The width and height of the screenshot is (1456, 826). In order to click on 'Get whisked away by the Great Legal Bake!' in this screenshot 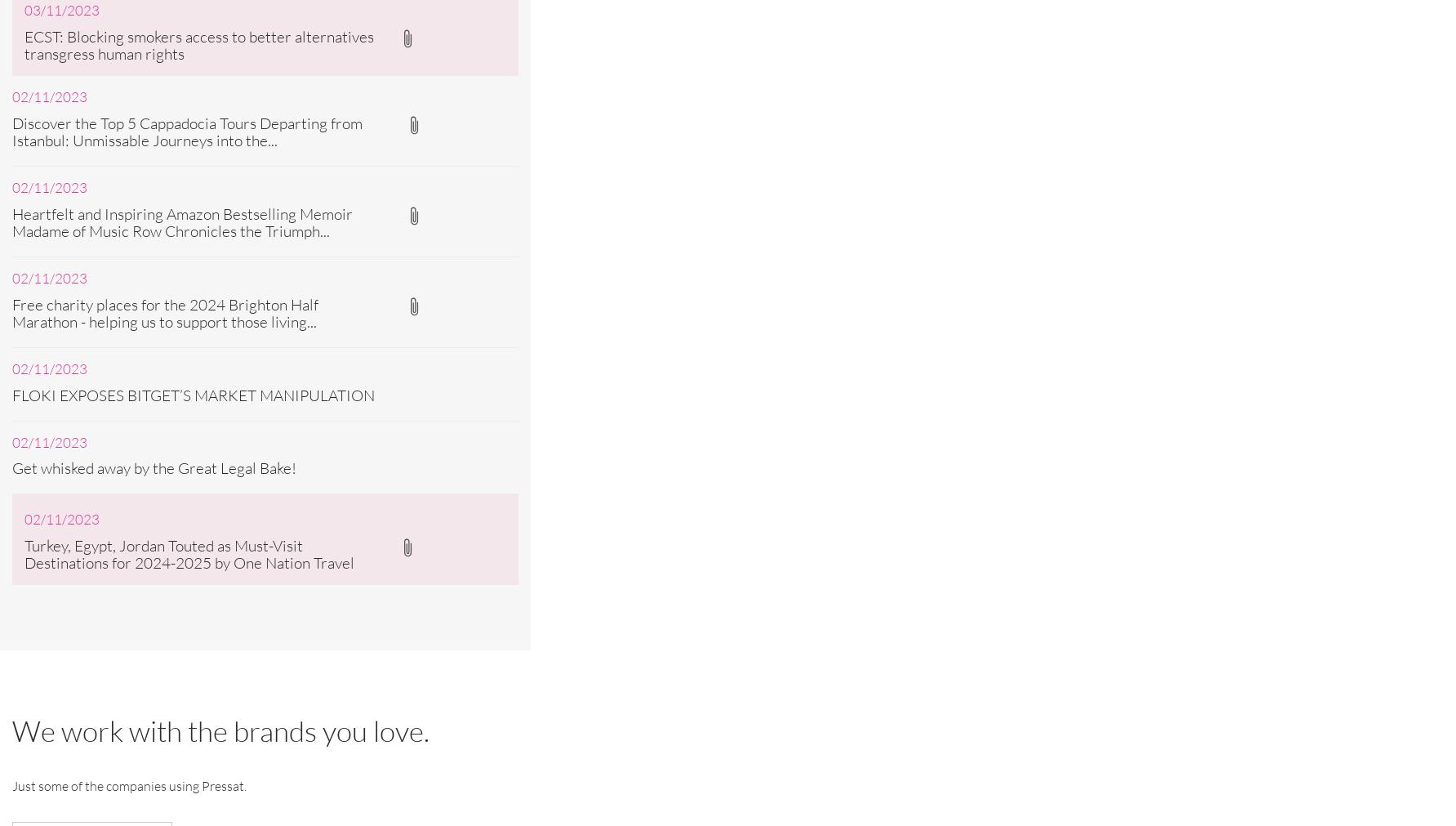, I will do `click(153, 468)`.